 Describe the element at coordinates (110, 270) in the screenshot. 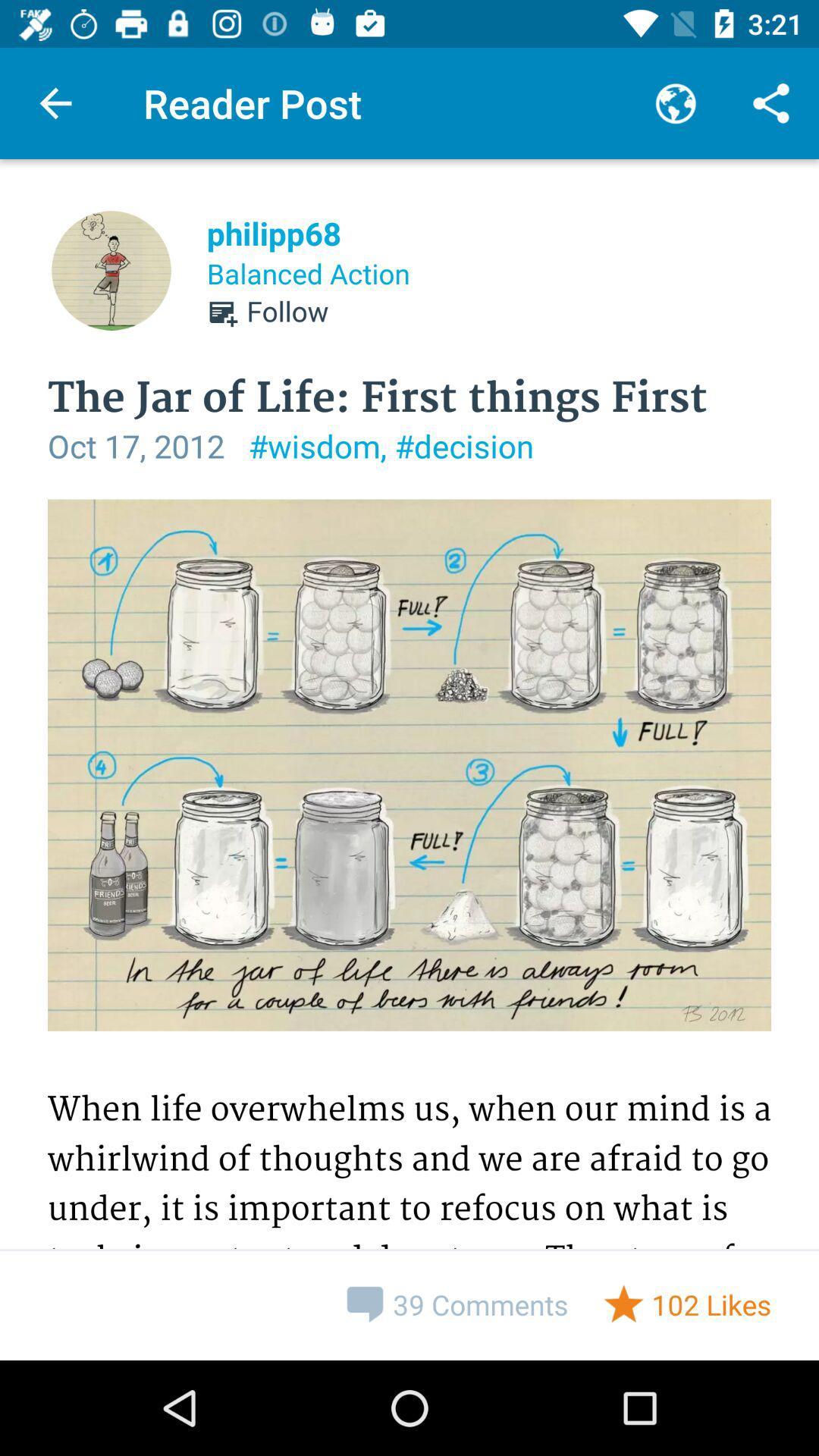

I see `the avatar icon` at that location.